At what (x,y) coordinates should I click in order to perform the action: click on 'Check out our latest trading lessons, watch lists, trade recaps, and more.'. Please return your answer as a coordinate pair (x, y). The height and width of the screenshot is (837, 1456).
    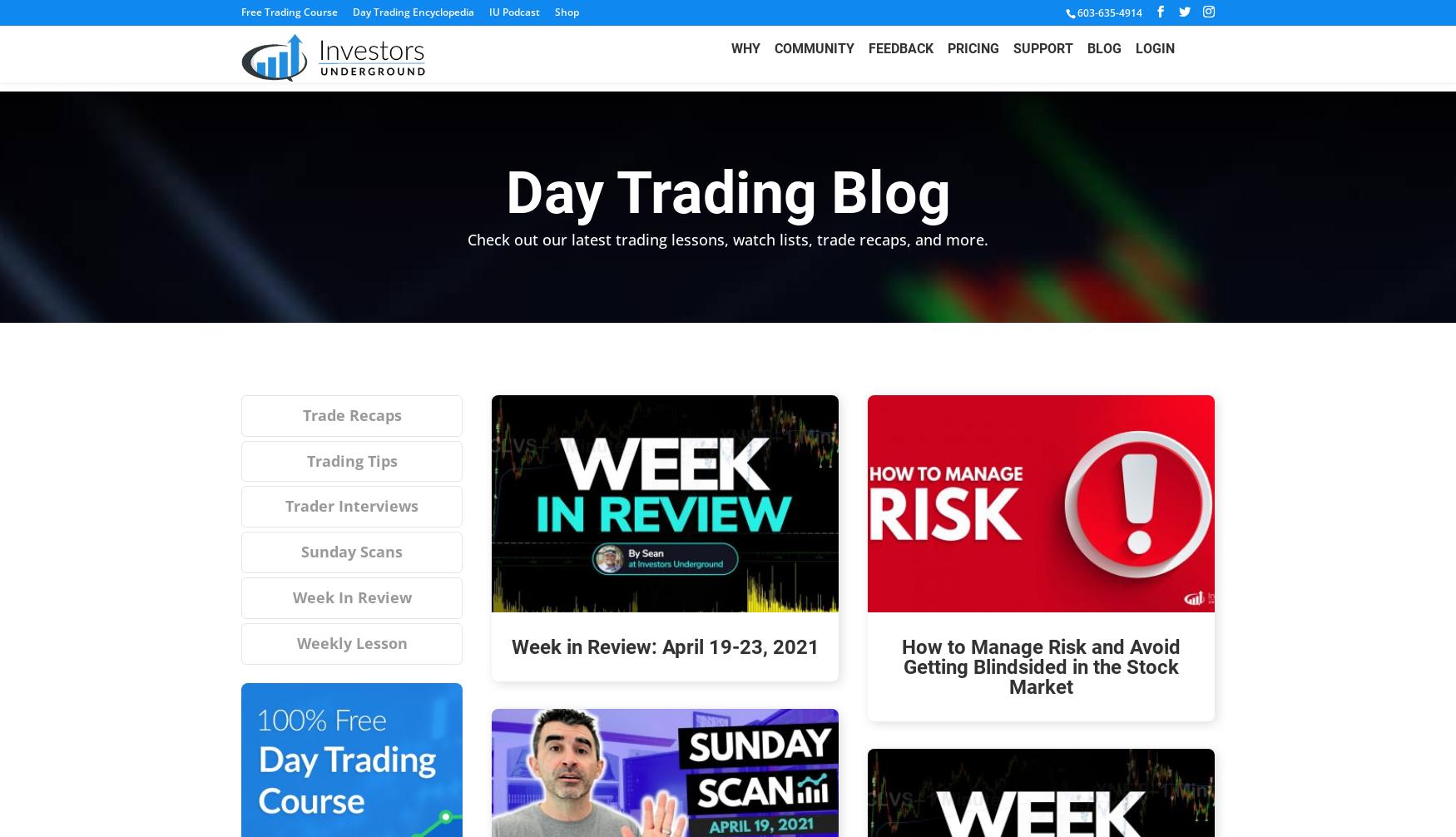
    Looking at the image, I should click on (728, 239).